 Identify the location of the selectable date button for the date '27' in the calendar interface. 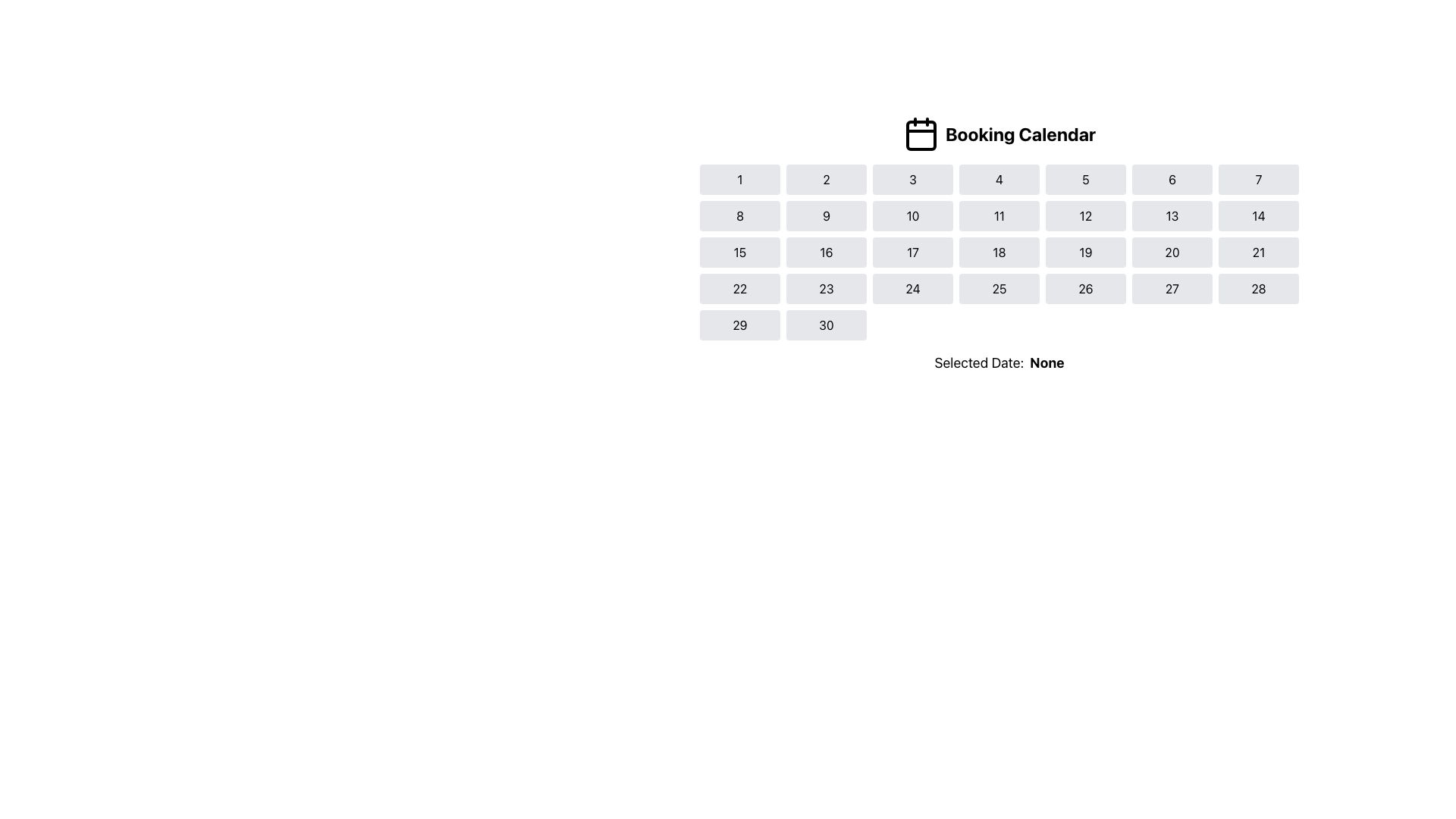
(1171, 289).